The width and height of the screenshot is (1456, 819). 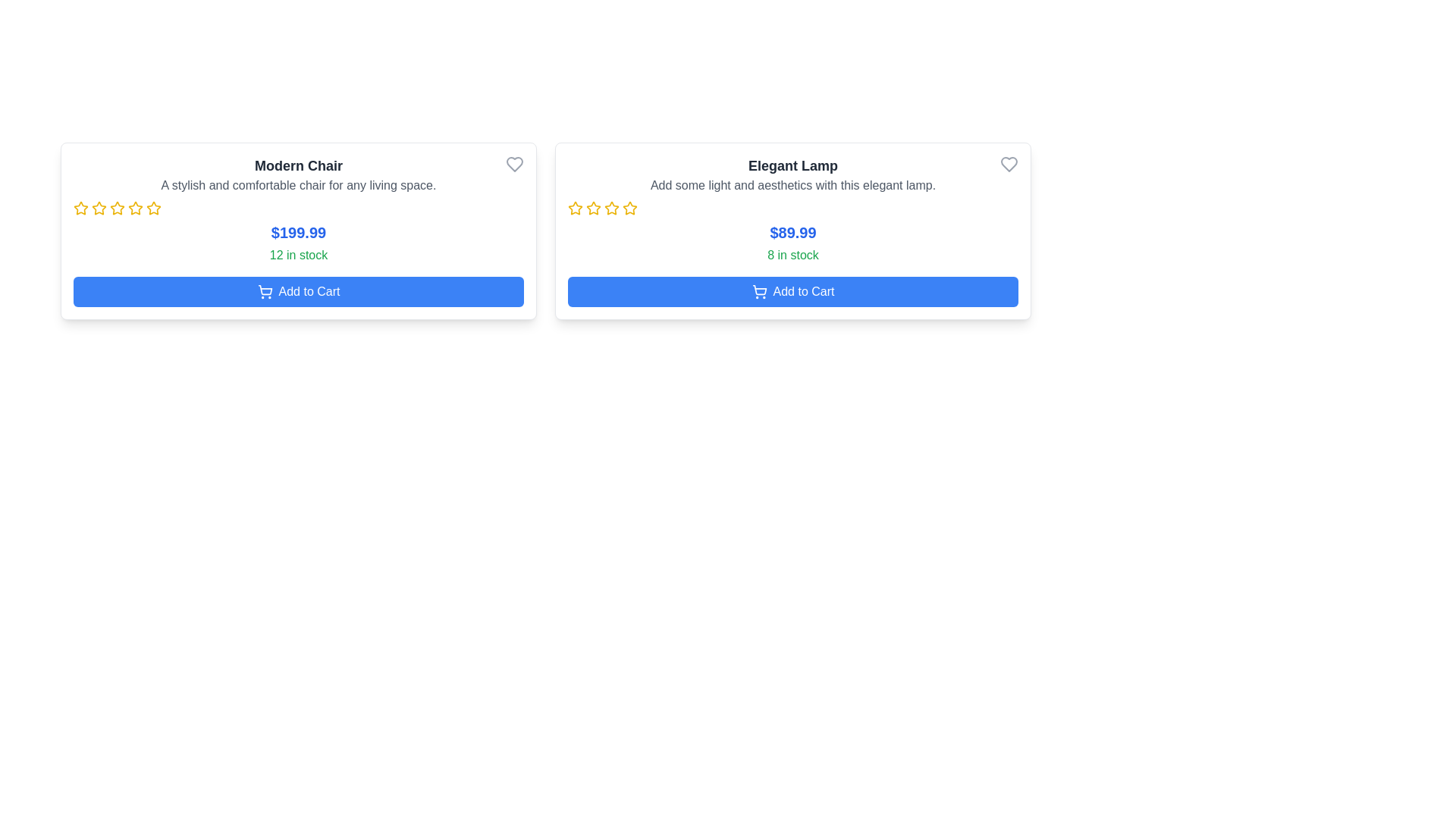 I want to click on the third yellow star icon in the rating section under the 'Elegant Lamp' title, so click(x=592, y=208).